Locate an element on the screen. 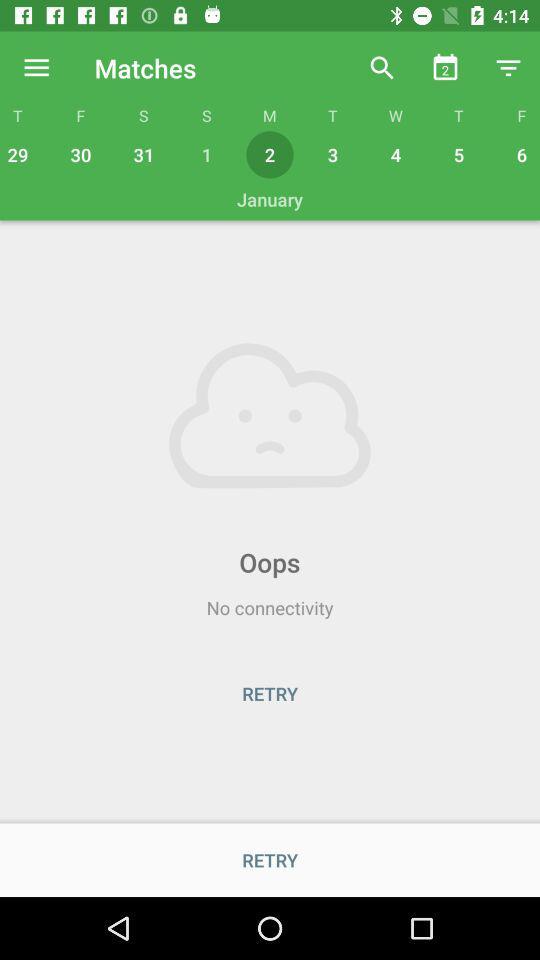 The height and width of the screenshot is (960, 540). the icon to the left of f item is located at coordinates (36, 68).